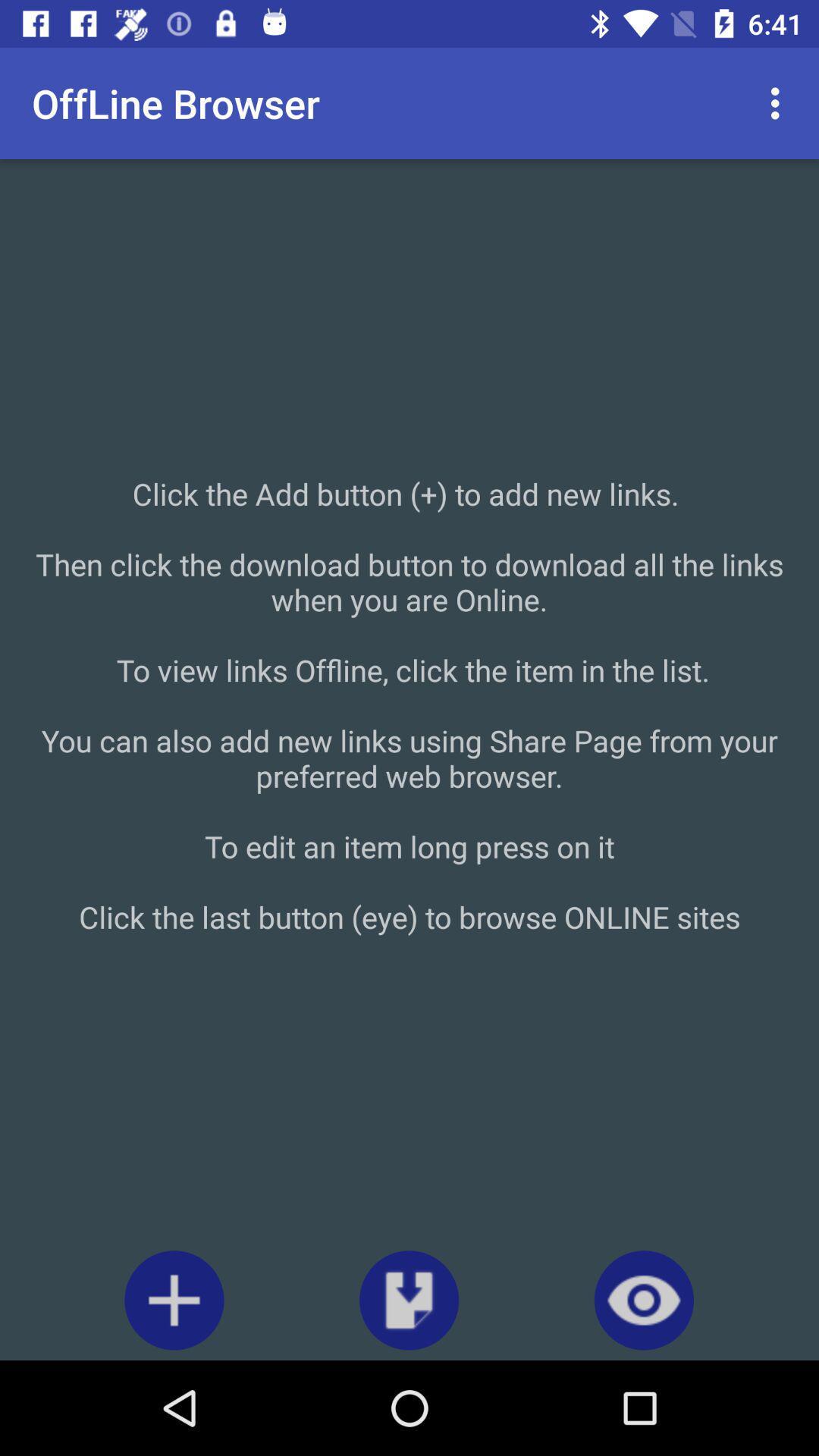 Image resolution: width=819 pixels, height=1456 pixels. What do you see at coordinates (644, 1299) in the screenshot?
I see `app below the click the add` at bounding box center [644, 1299].